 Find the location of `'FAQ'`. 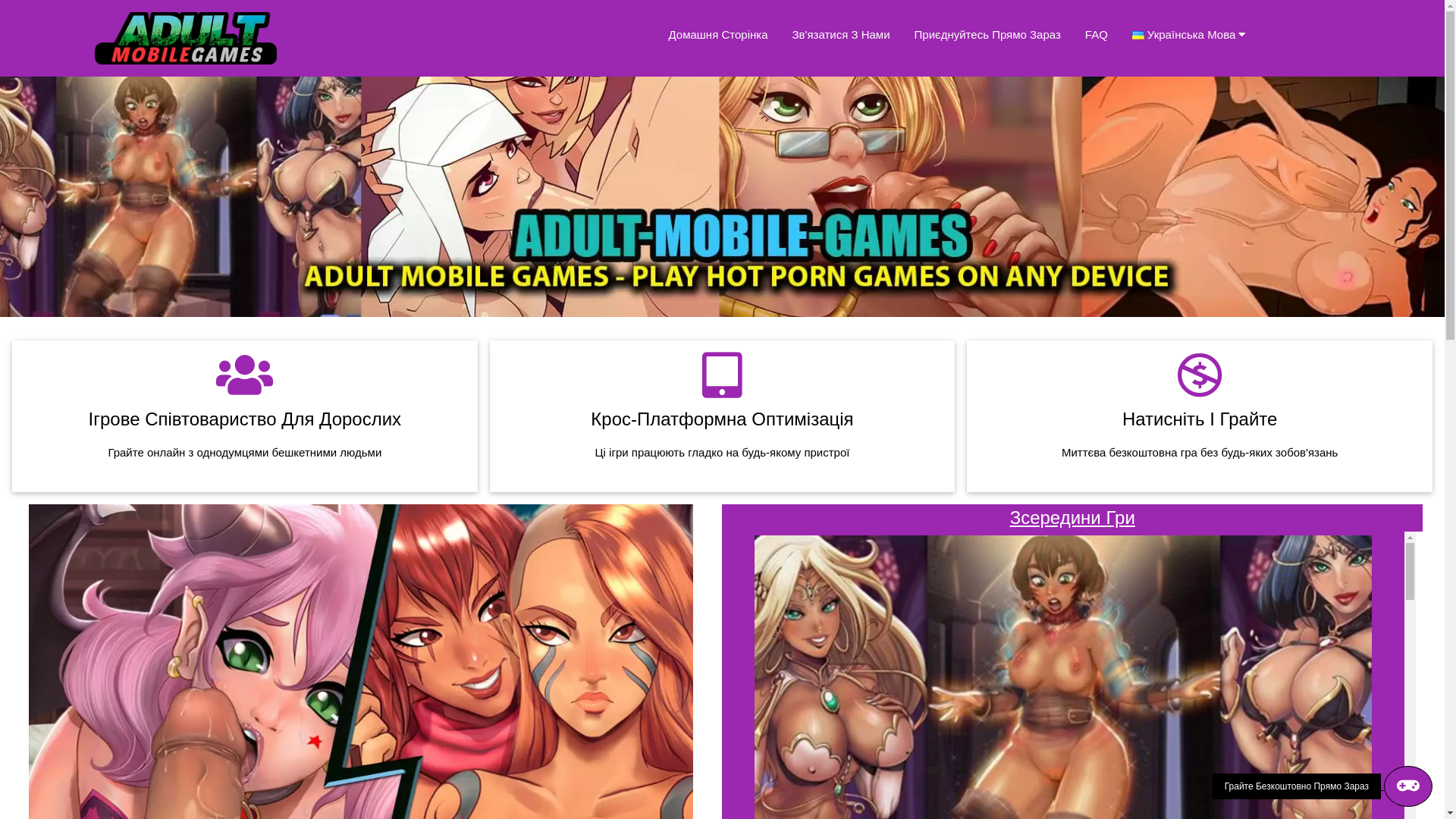

'FAQ' is located at coordinates (1096, 34).